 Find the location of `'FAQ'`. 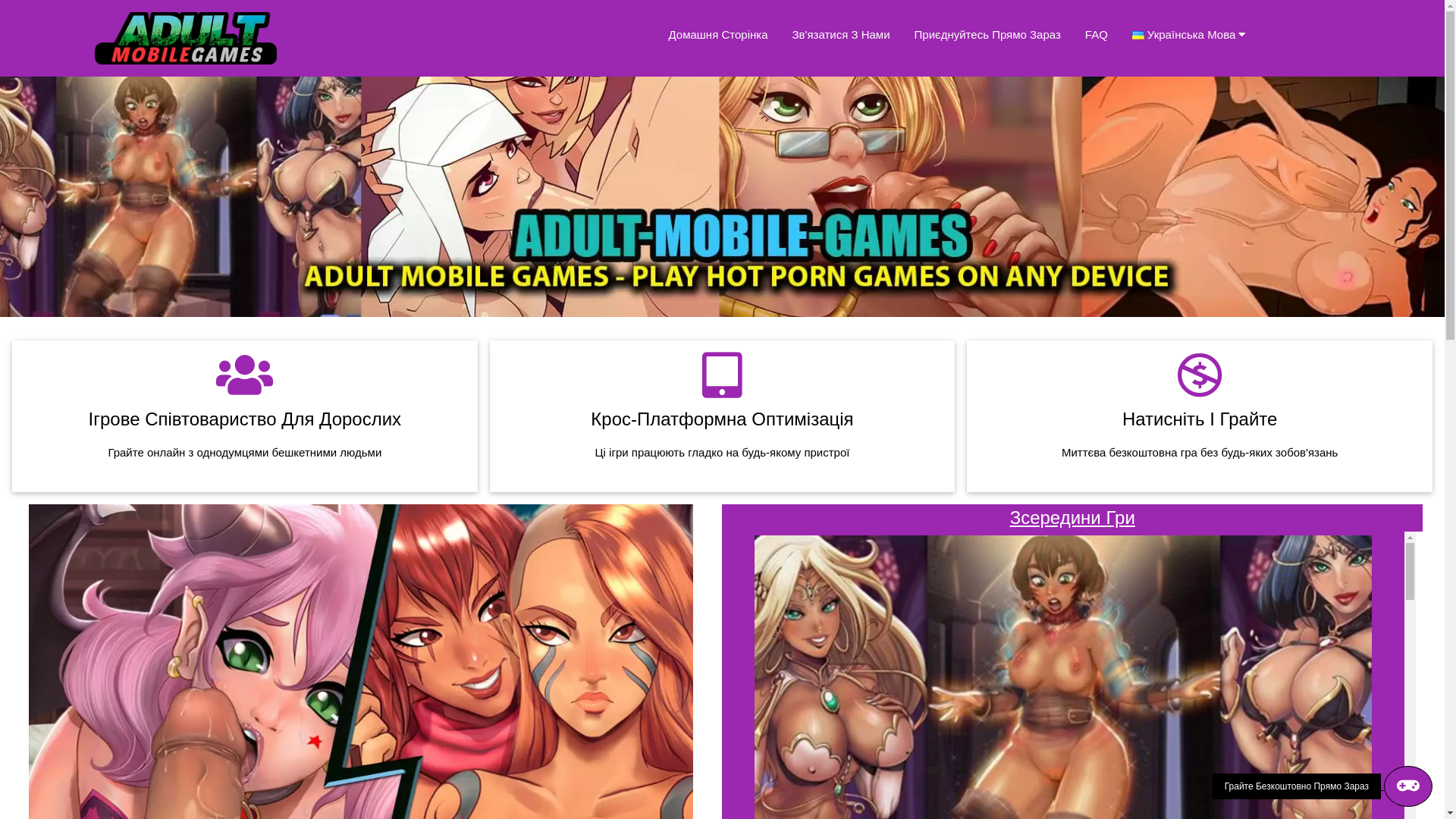

'FAQ' is located at coordinates (1096, 34).